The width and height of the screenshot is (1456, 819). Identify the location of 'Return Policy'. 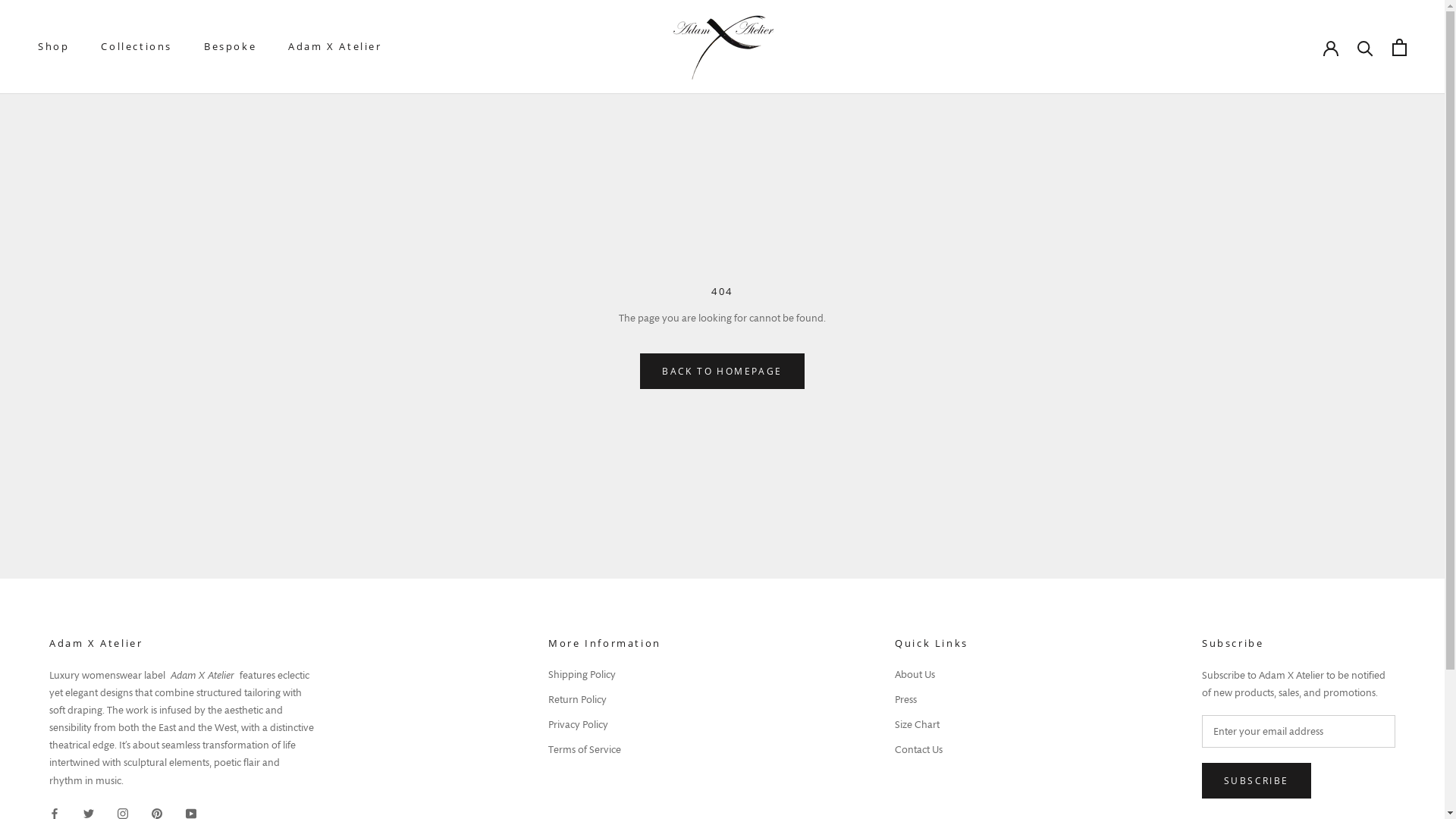
(604, 699).